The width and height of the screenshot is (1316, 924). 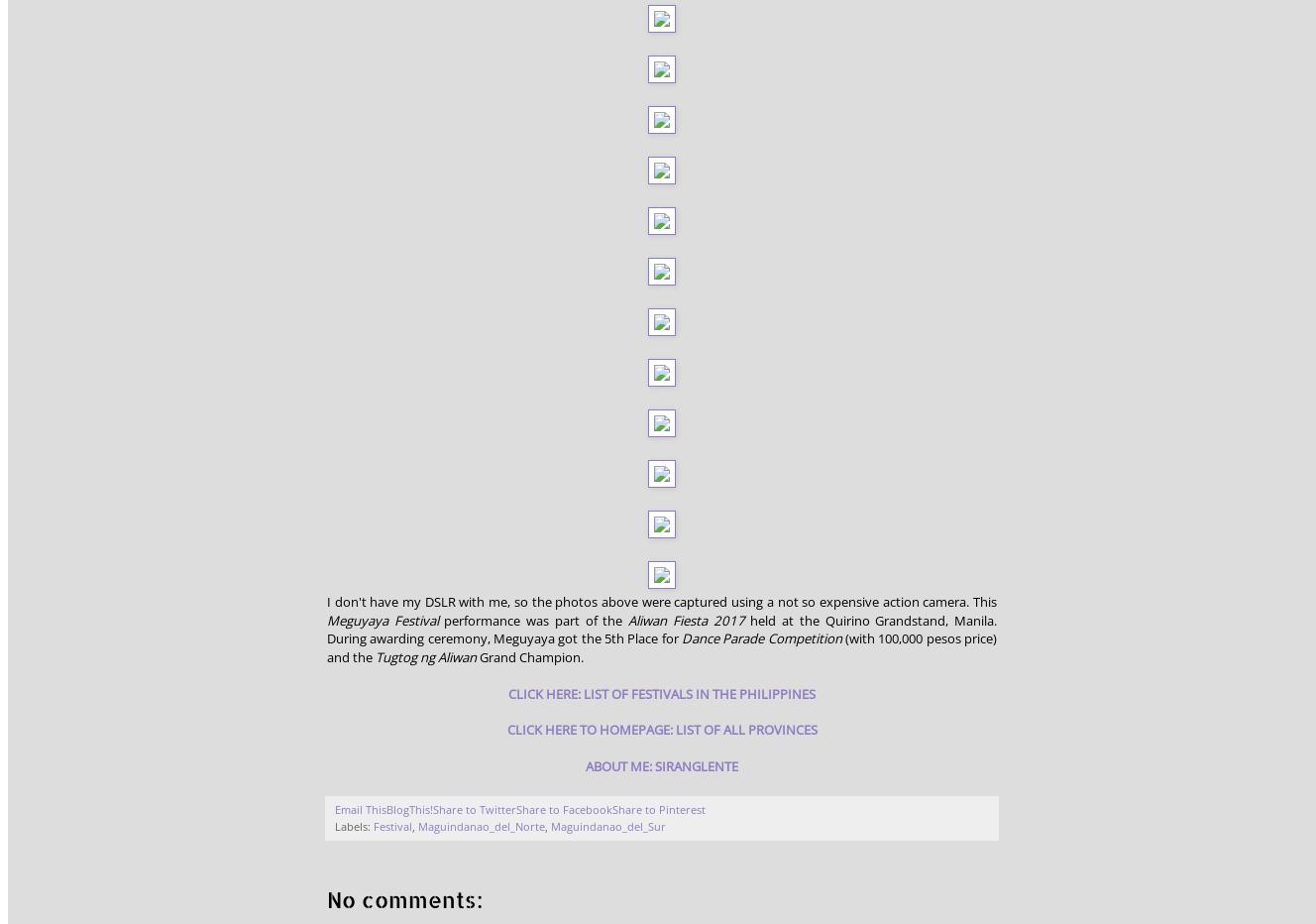 I want to click on 'Labels:', so click(x=353, y=825).